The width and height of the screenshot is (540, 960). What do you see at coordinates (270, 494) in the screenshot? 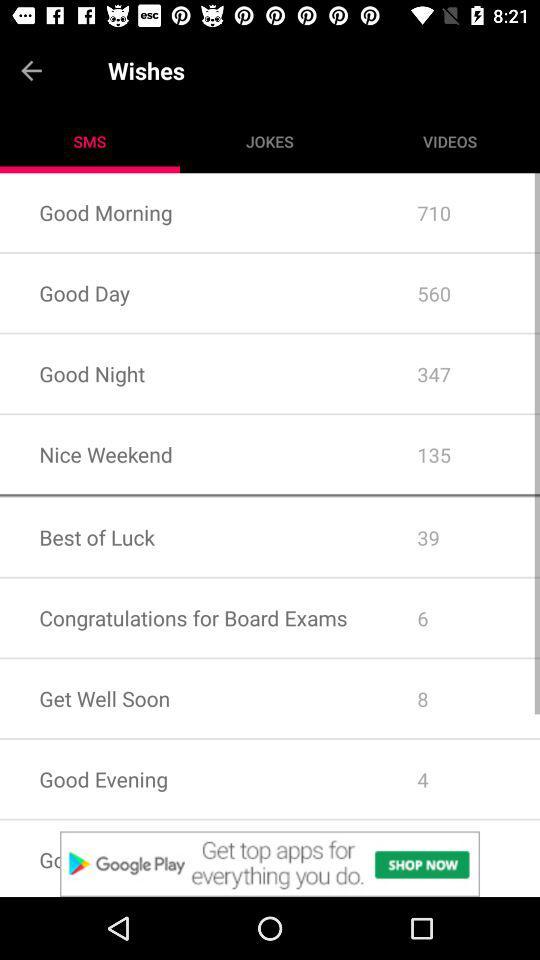
I see `item below the nice weekend app` at bounding box center [270, 494].